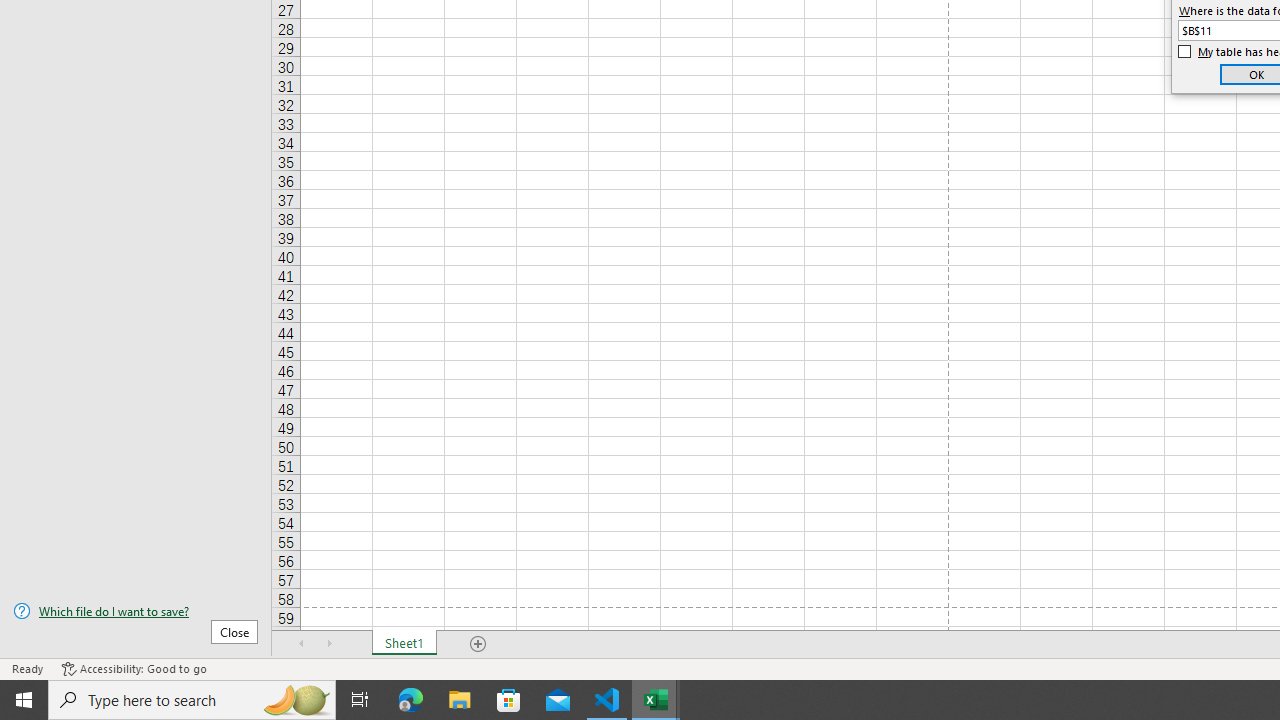  I want to click on 'Scroll Right', so click(330, 644).